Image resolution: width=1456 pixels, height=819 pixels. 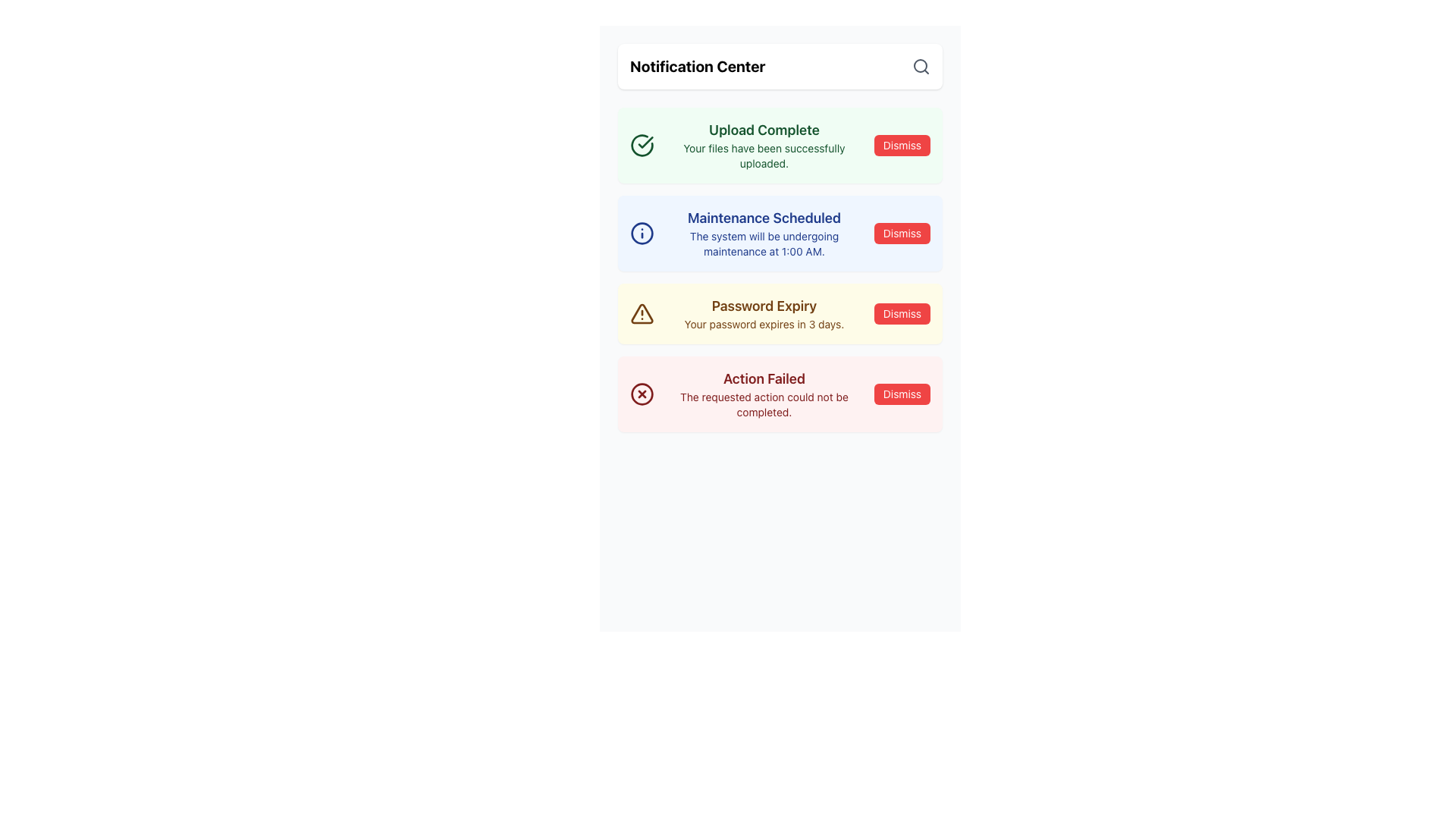 What do you see at coordinates (642, 312) in the screenshot?
I see `the warning icon for the 'Password Expiry' notification, which is located in the third notification row with a yellow background` at bounding box center [642, 312].